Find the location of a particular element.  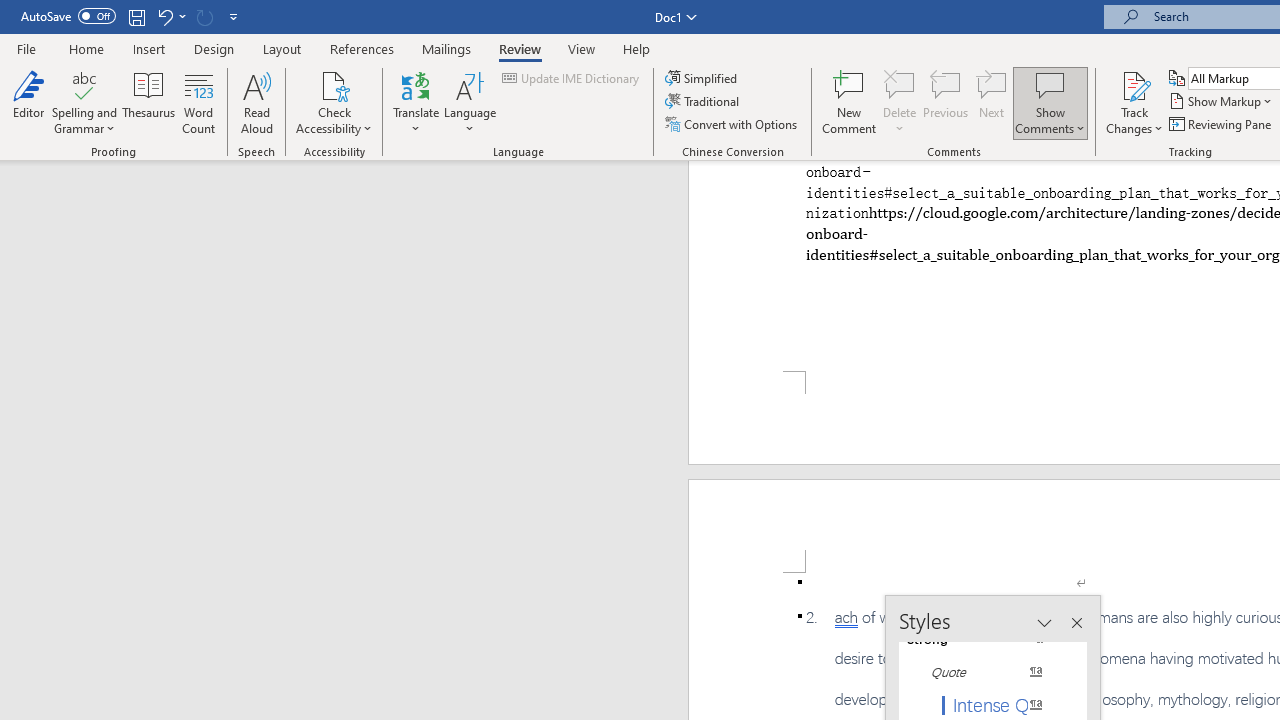

'Simplified' is located at coordinates (702, 77).